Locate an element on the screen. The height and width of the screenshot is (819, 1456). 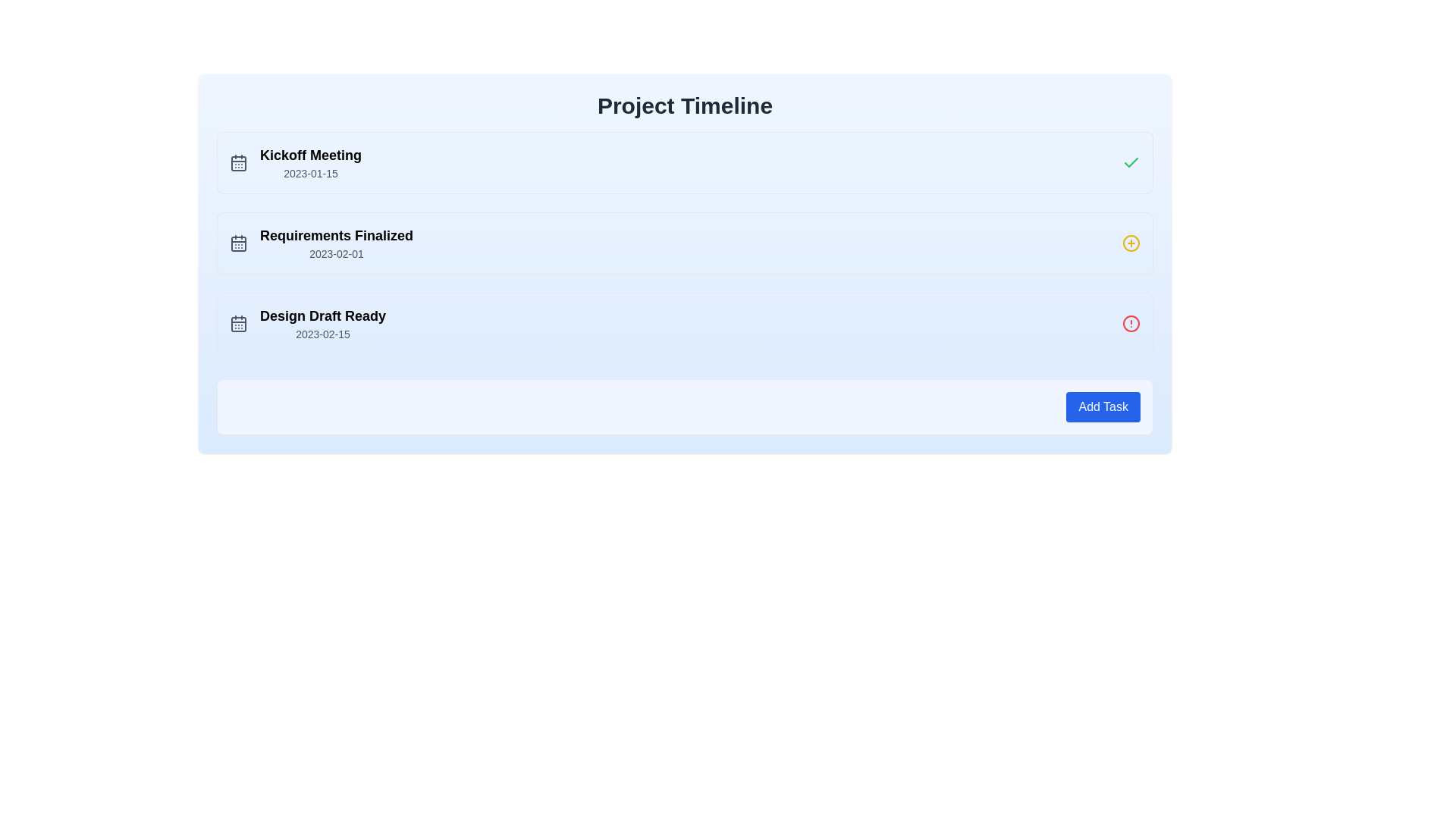
the calendar icon that indicates the date associated with the 'Design Draft Ready' task, which is located at the leftmost edge of its row is located at coordinates (238, 323).